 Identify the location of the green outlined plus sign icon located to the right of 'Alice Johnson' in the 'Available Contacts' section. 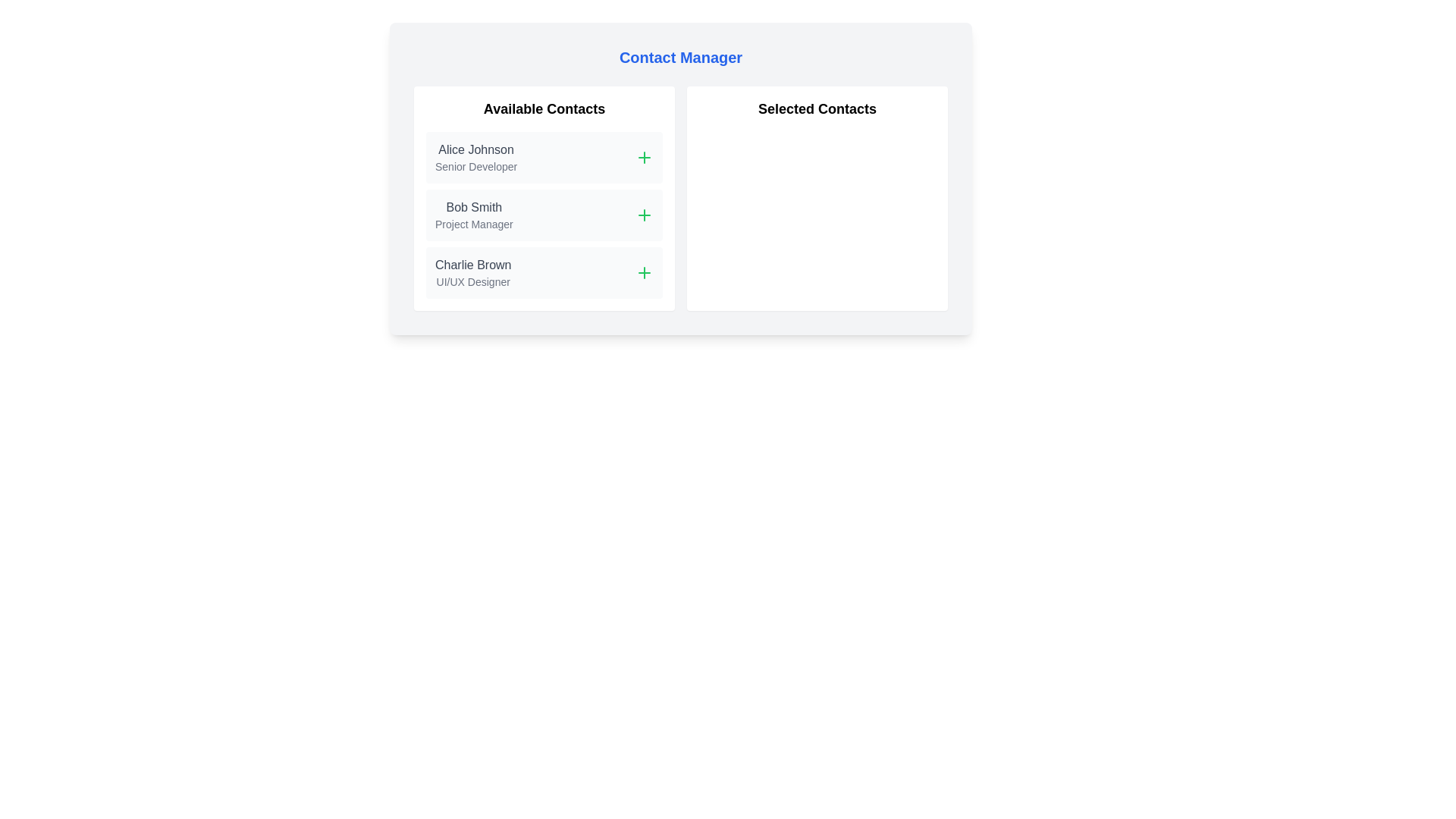
(644, 158).